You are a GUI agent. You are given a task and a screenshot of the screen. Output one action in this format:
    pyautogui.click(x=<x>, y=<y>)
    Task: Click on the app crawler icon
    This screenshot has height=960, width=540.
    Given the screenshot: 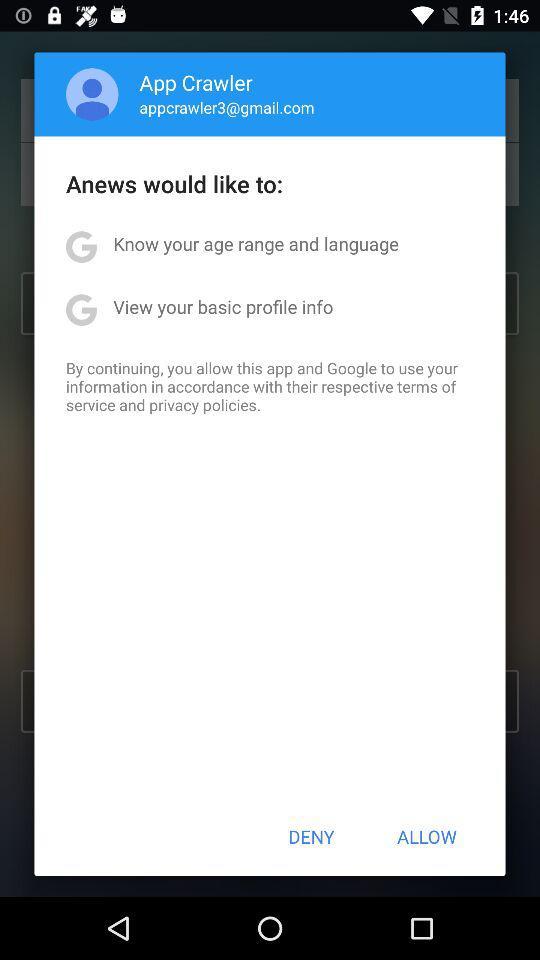 What is the action you would take?
    pyautogui.click(x=196, y=82)
    